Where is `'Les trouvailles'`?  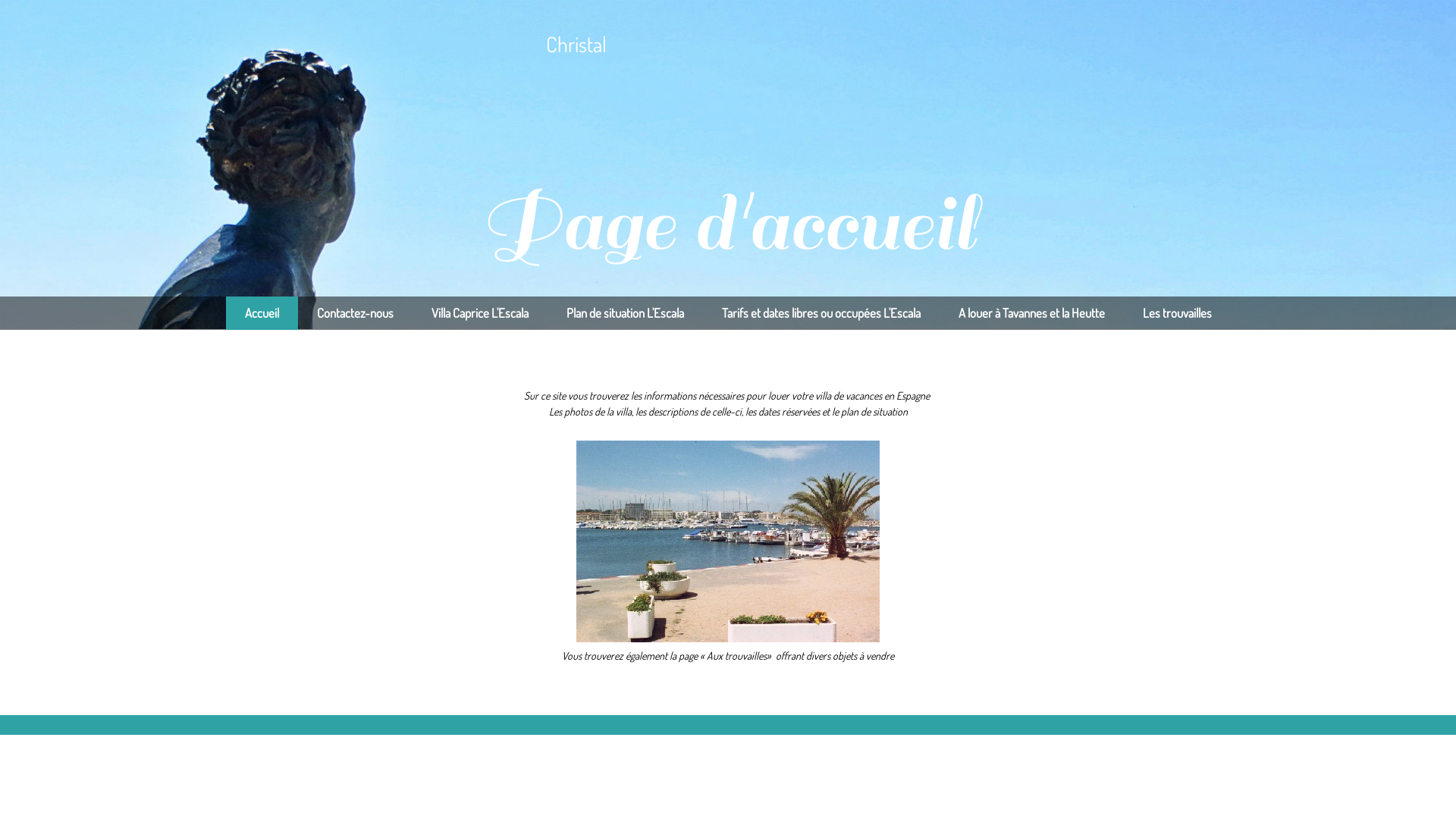 'Les trouvailles' is located at coordinates (1176, 312).